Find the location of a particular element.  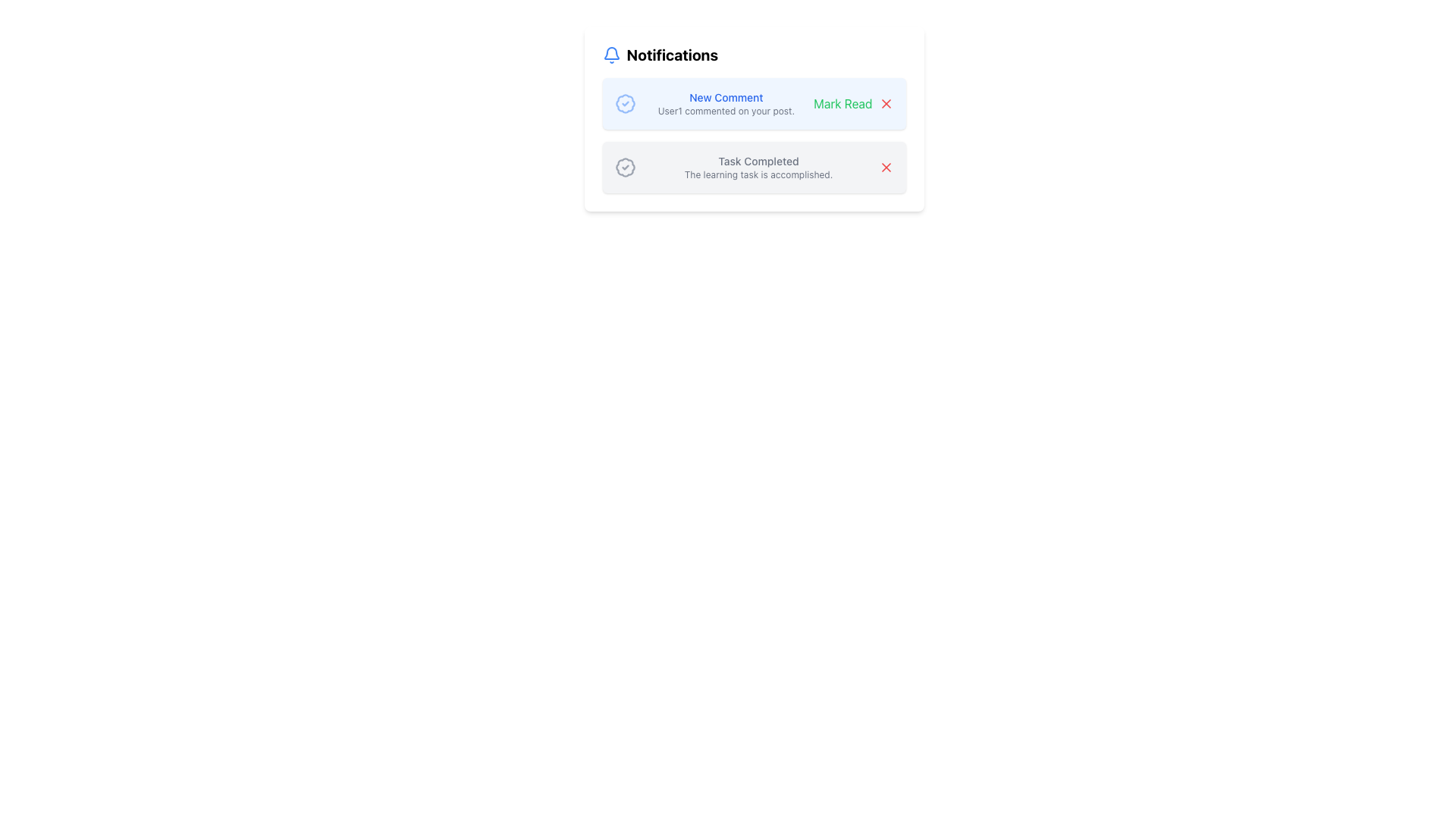

the button located to the right of the notification details in the first notification item to mark it as read is located at coordinates (842, 103).